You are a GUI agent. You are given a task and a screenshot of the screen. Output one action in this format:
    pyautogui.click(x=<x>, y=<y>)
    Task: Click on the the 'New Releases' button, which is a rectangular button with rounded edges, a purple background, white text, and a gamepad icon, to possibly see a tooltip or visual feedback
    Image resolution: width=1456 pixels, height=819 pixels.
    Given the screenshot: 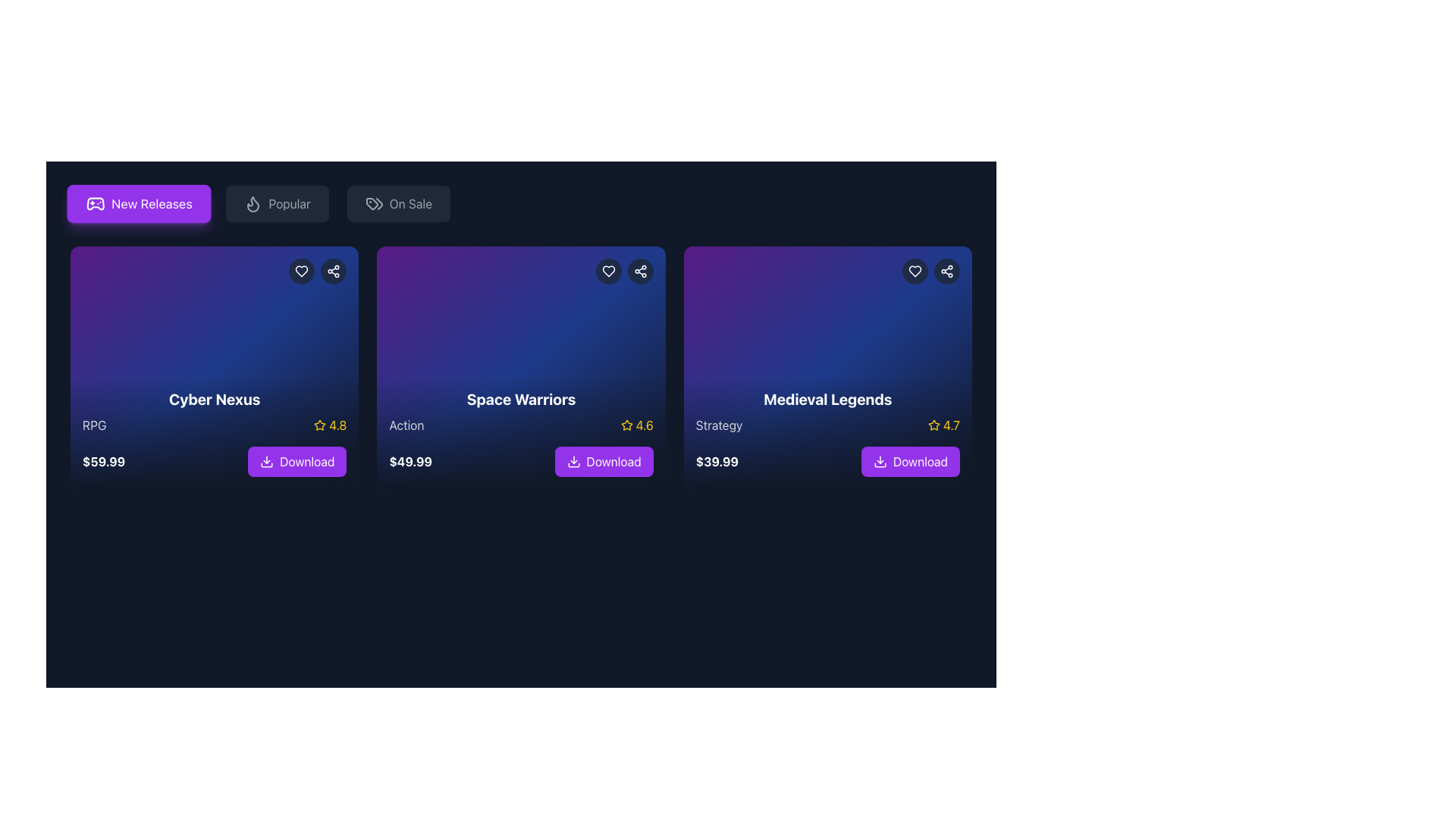 What is the action you would take?
    pyautogui.click(x=139, y=203)
    